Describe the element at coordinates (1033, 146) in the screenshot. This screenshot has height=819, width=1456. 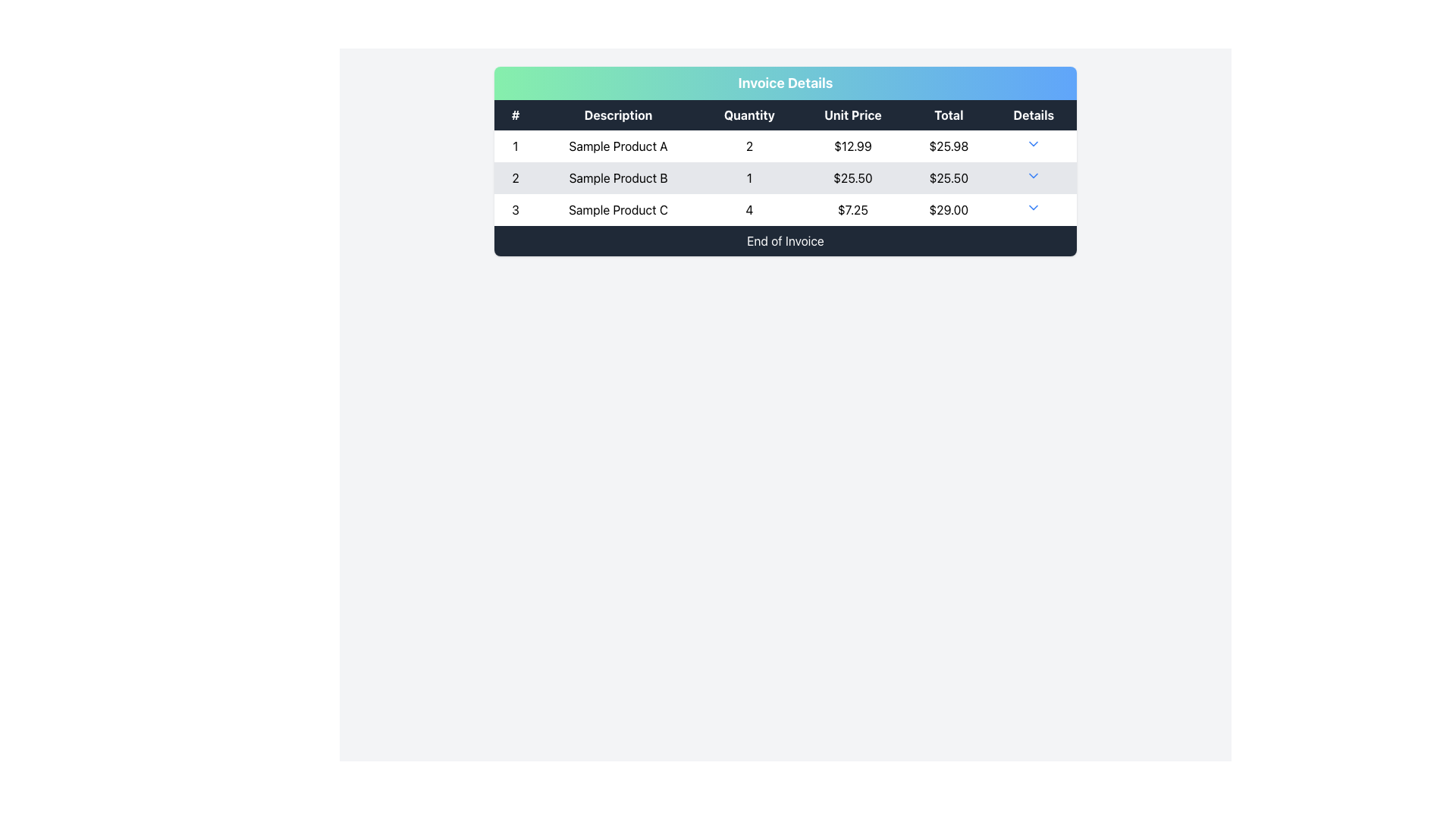
I see `the dropdown toggle icon located at the far right of the first row under the 'Details' column` at that location.